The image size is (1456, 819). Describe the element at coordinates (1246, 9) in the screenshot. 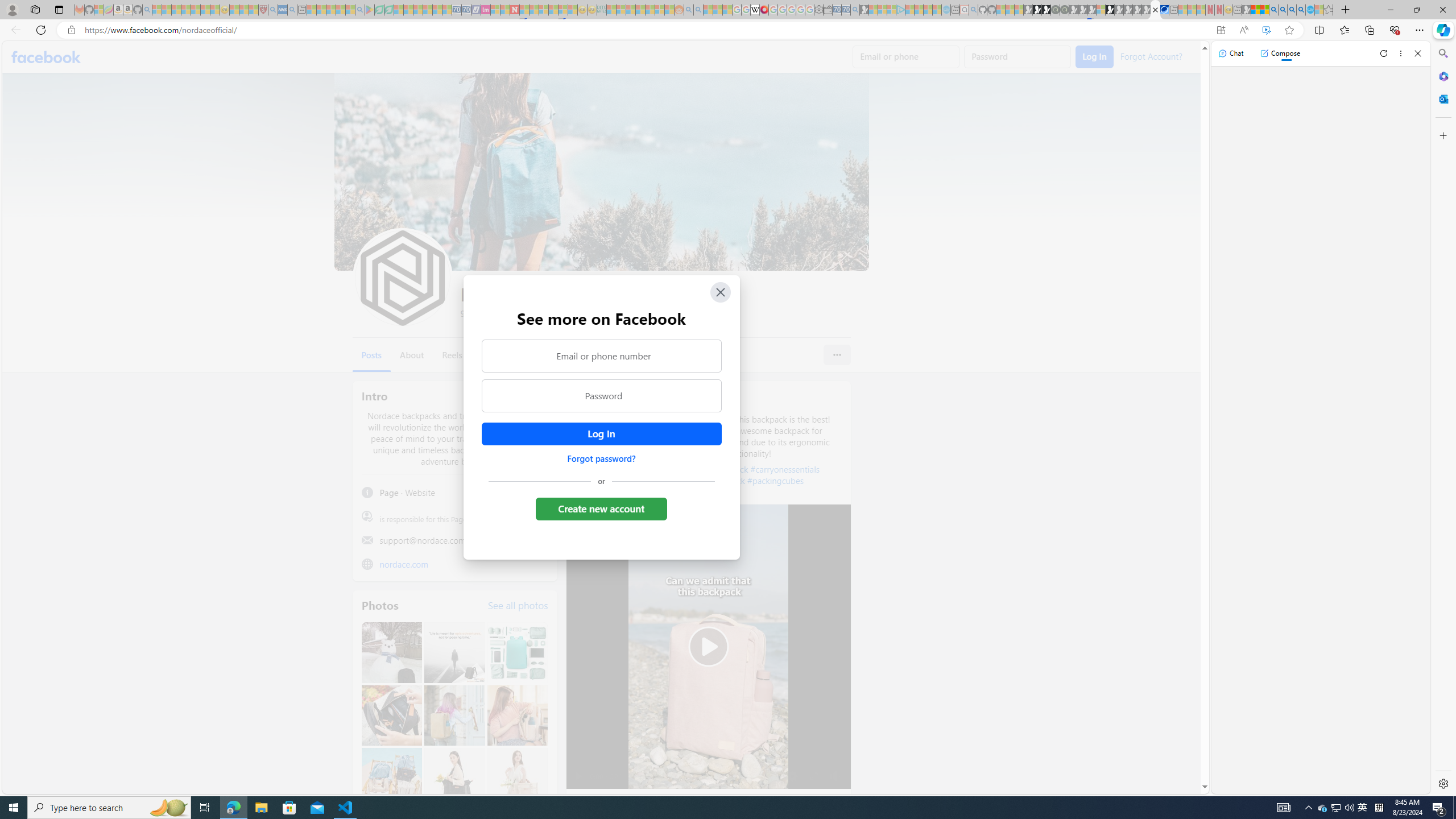

I see `'MSN - Sleeping'` at that location.